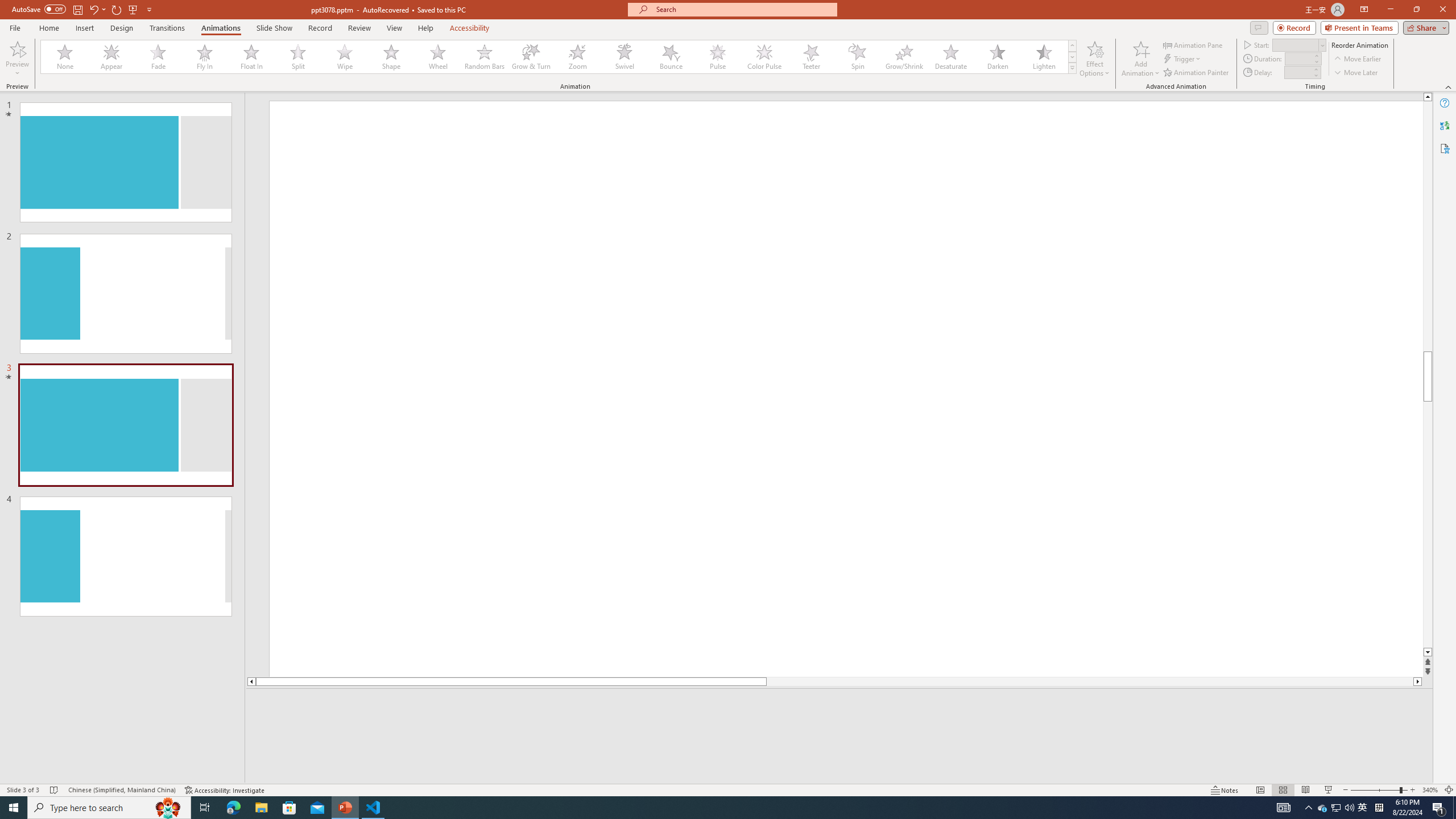  I want to click on 'Grow/Shrink', so click(904, 56).